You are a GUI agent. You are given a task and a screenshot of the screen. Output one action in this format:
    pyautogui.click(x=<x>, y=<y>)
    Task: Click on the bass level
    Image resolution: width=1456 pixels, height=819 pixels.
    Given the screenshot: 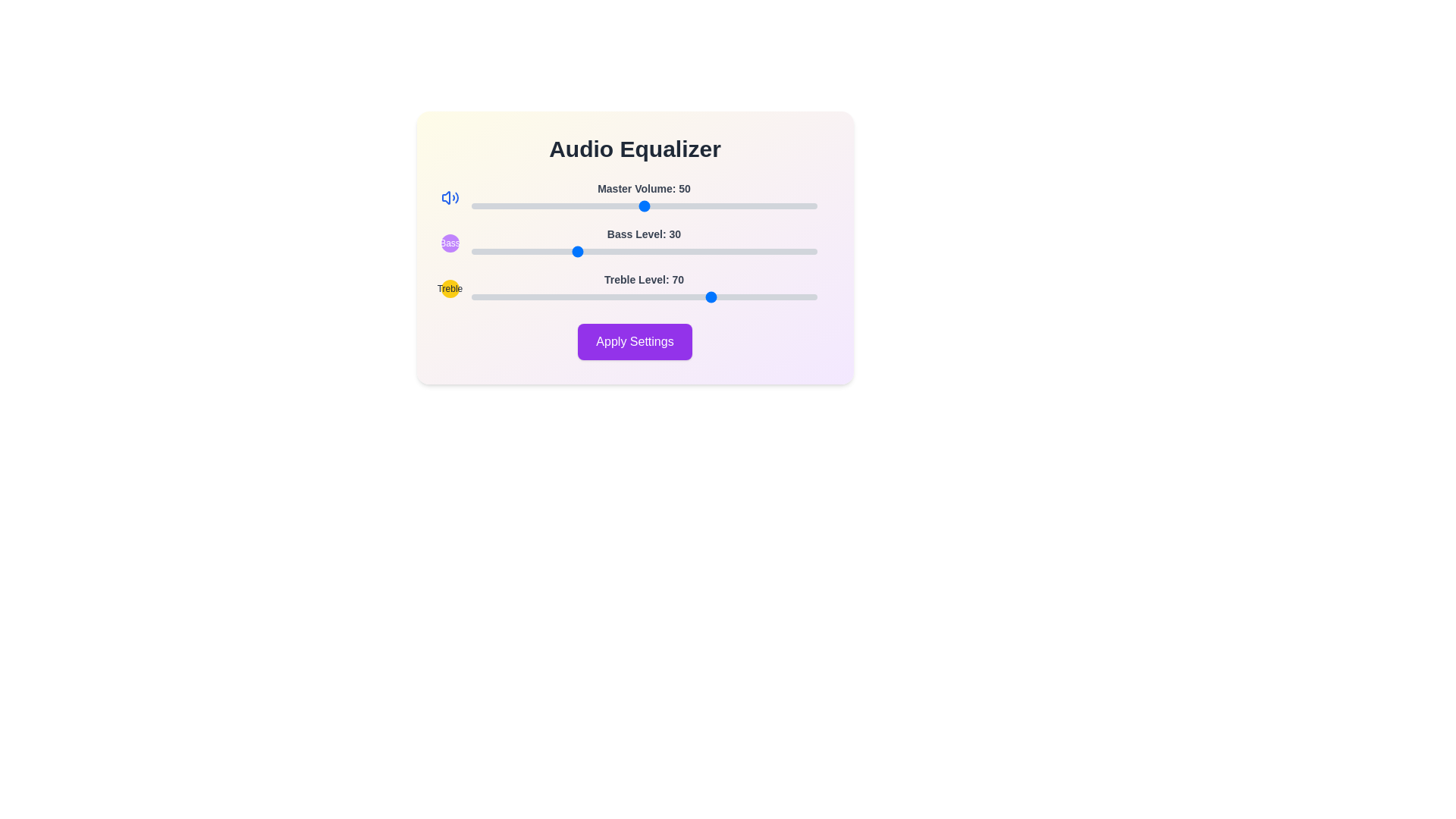 What is the action you would take?
    pyautogui.click(x=553, y=250)
    